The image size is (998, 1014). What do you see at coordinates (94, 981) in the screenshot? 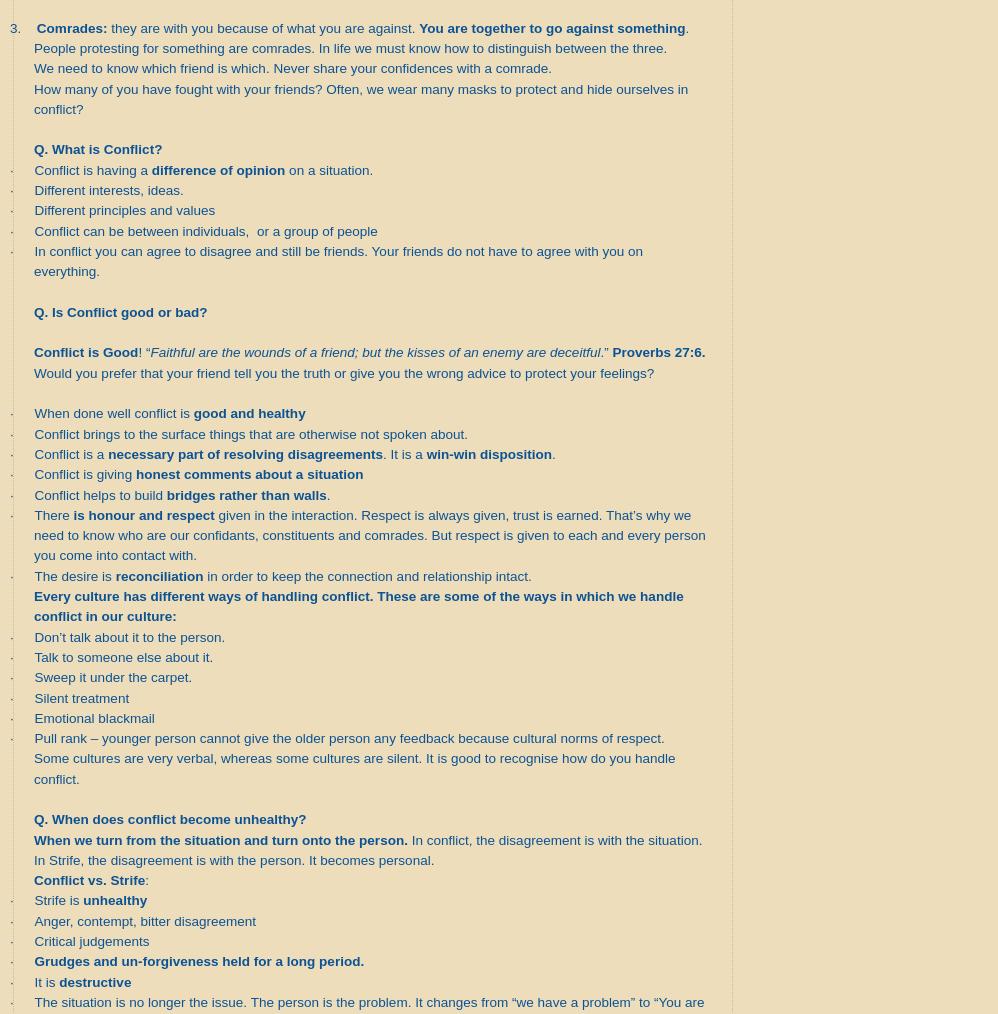
I see `'destructive'` at bounding box center [94, 981].